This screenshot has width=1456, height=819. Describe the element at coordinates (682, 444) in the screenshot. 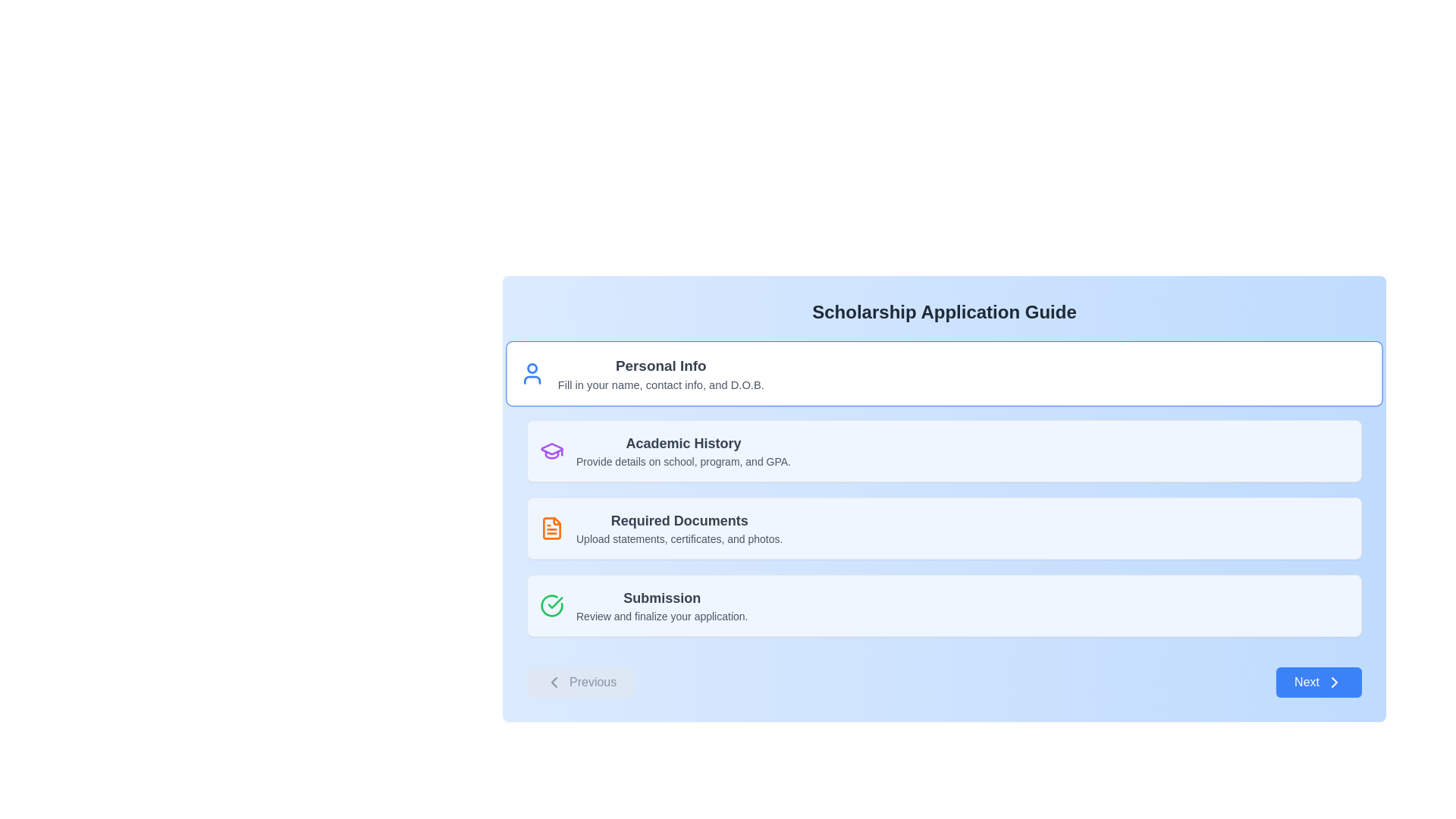

I see `the 'Academic History' static text header, which serves as the title for the section, located between 'Personal Info' and its descriptive subtitle` at that location.